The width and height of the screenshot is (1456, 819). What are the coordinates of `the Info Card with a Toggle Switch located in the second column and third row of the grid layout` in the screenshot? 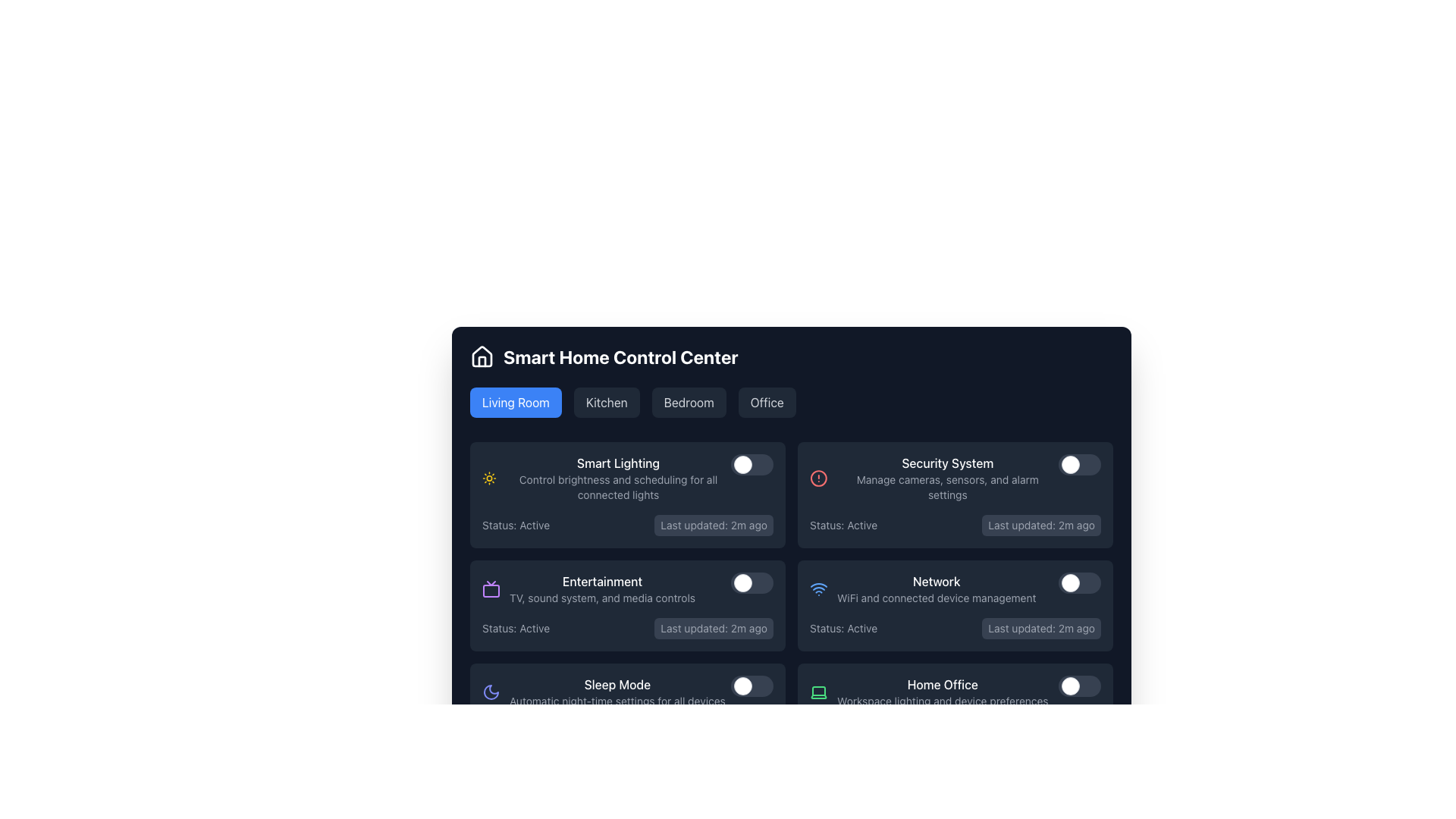 It's located at (954, 604).